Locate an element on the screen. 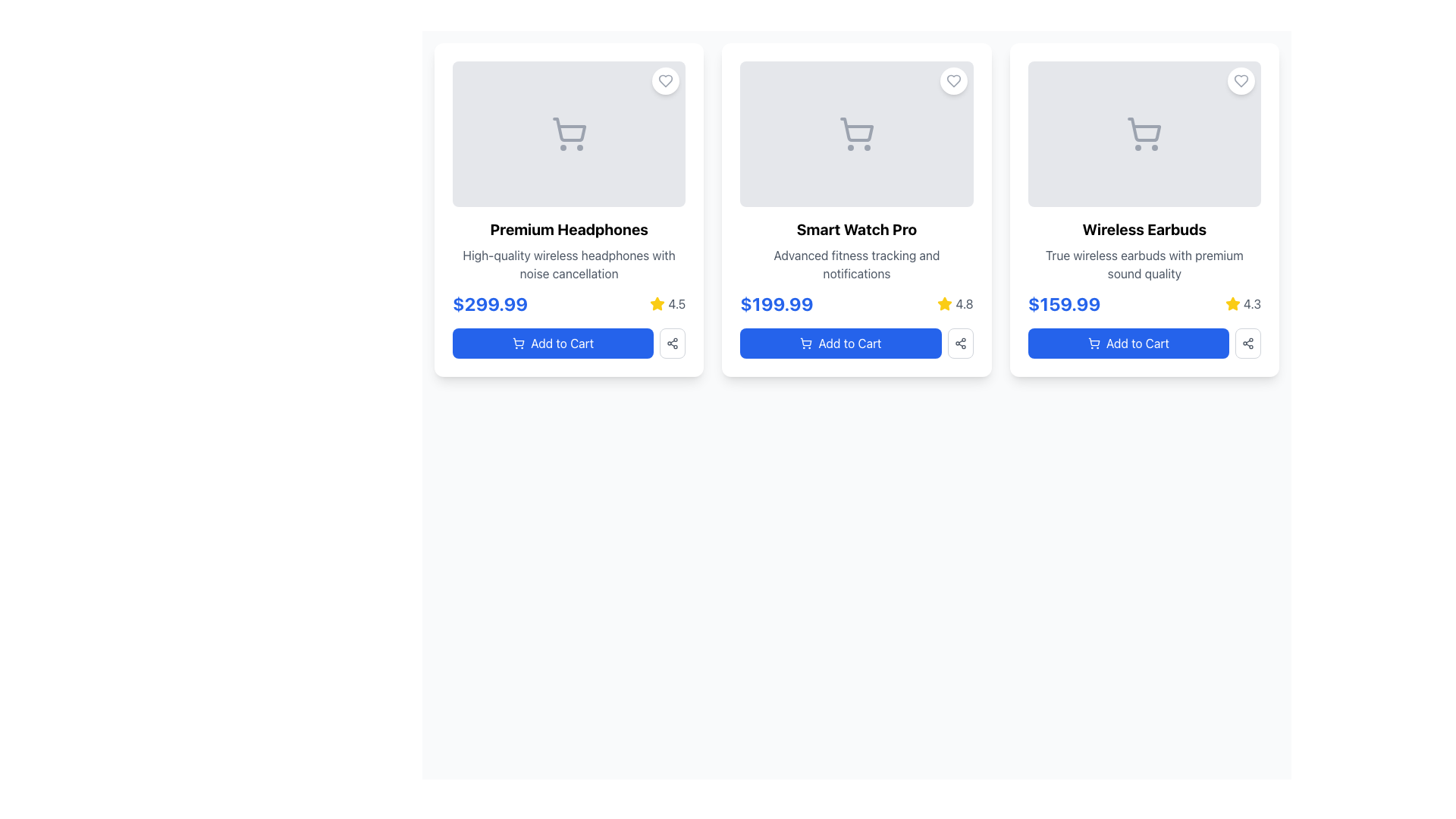  the shopping cart icon within the 'Add to Cart' button of the second product card, which is characterized by a minimalist design and blue color is located at coordinates (805, 343).